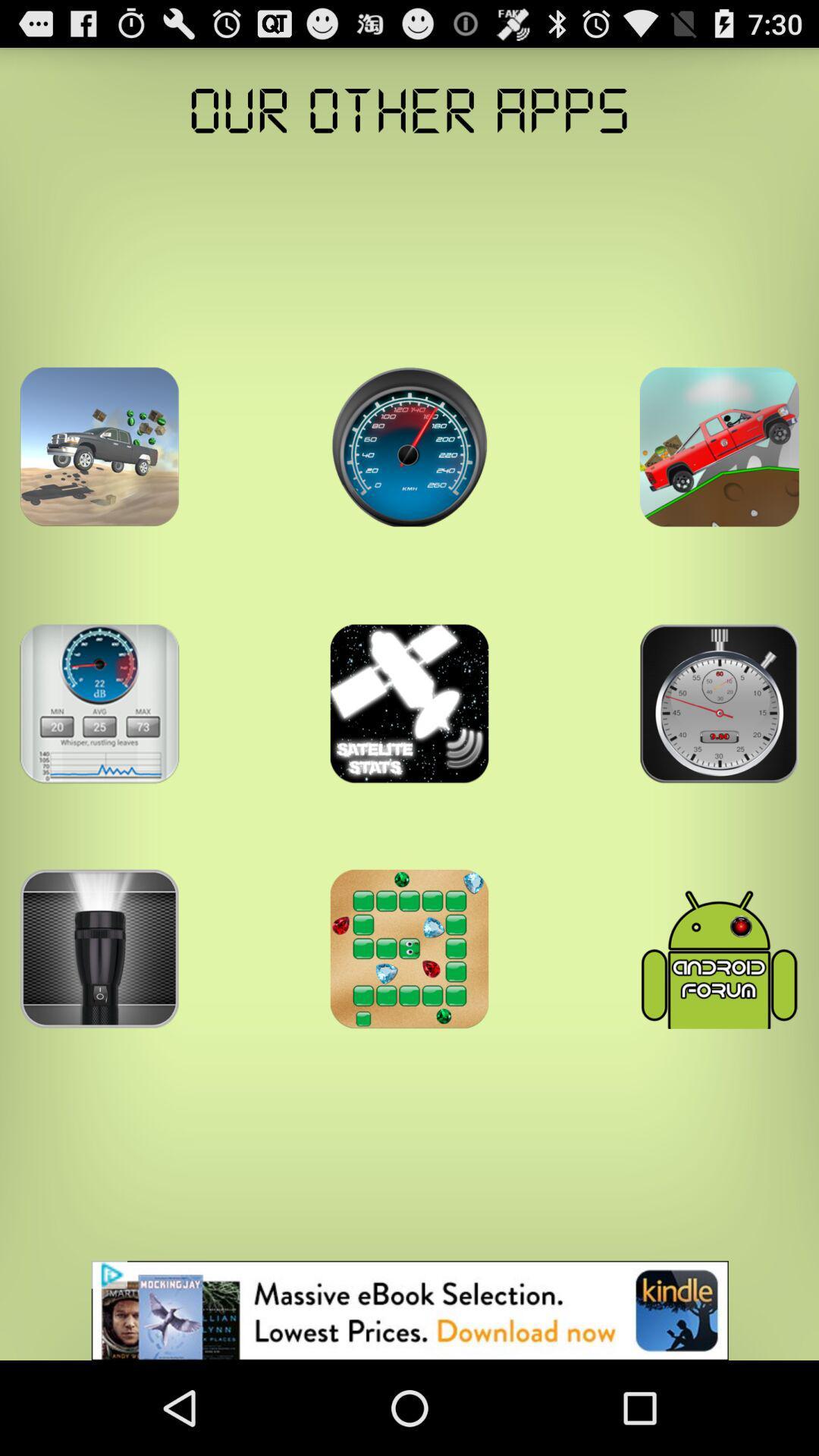 This screenshot has height=1456, width=819. I want to click on select, so click(99, 703).